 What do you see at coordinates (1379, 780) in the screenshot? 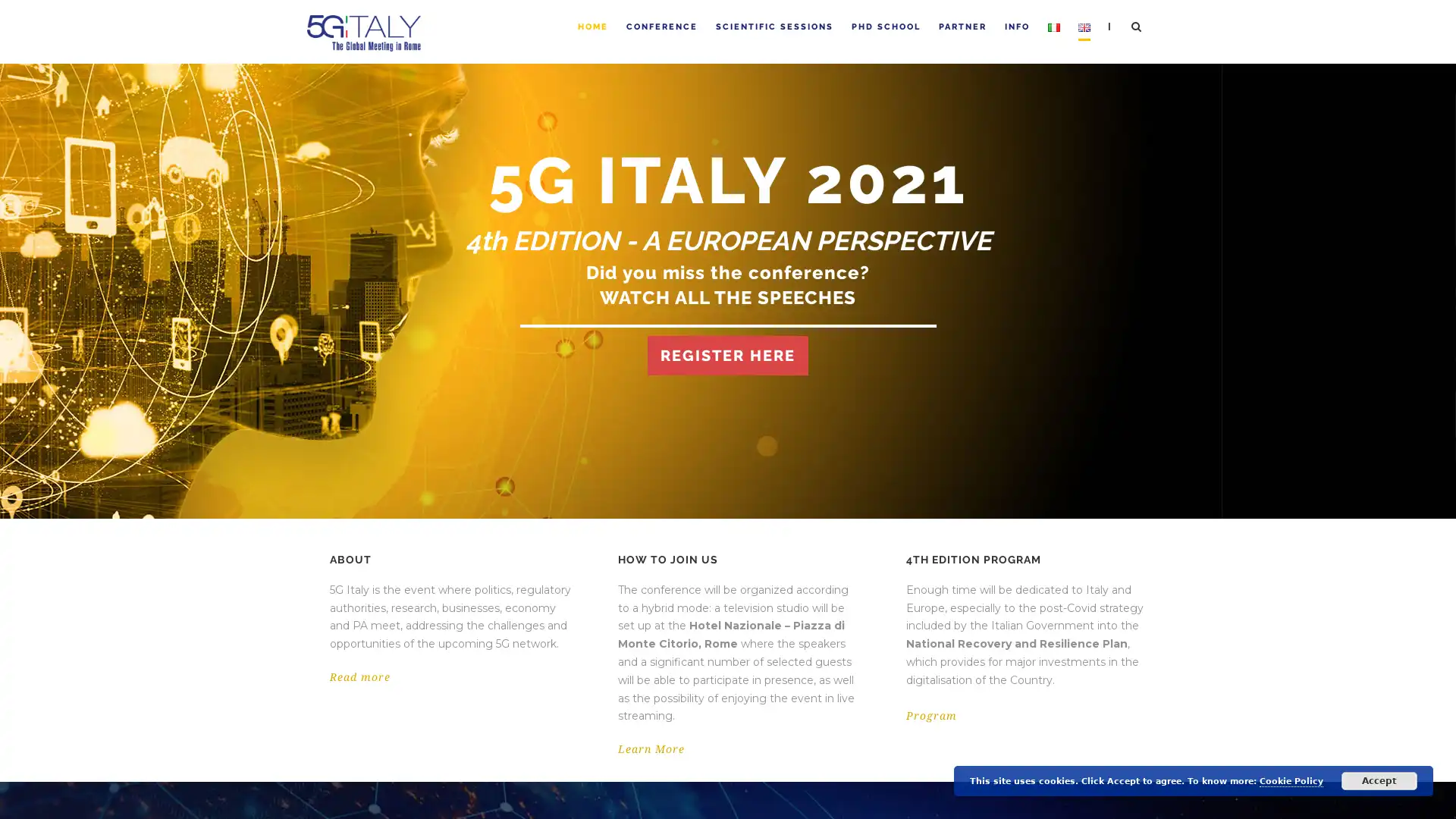
I see `Accept` at bounding box center [1379, 780].